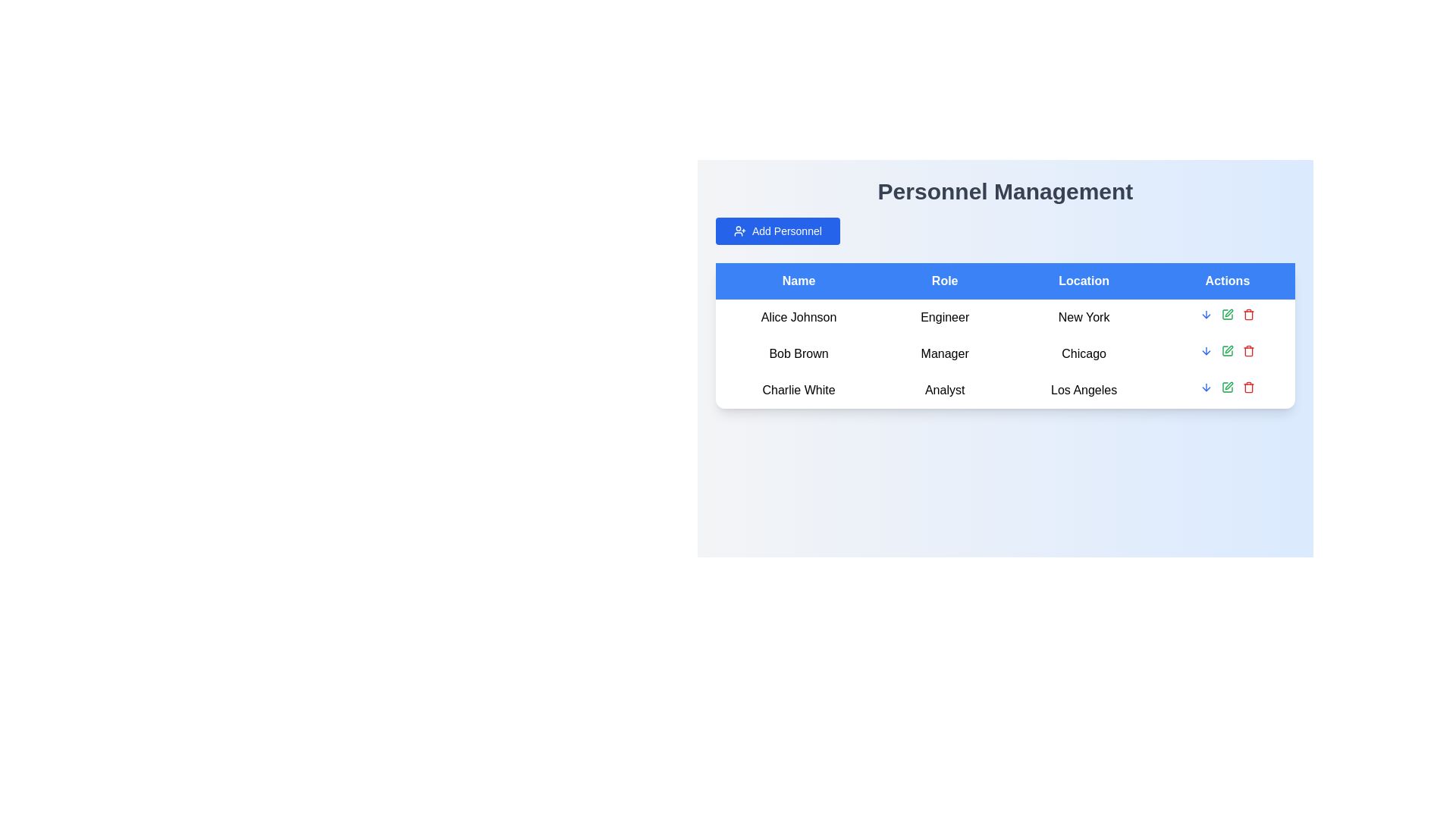 This screenshot has width=1456, height=819. What do you see at coordinates (1228, 350) in the screenshot?
I see `the edit icon for the 'Bob Brown' entry in the 'Actions' column` at bounding box center [1228, 350].